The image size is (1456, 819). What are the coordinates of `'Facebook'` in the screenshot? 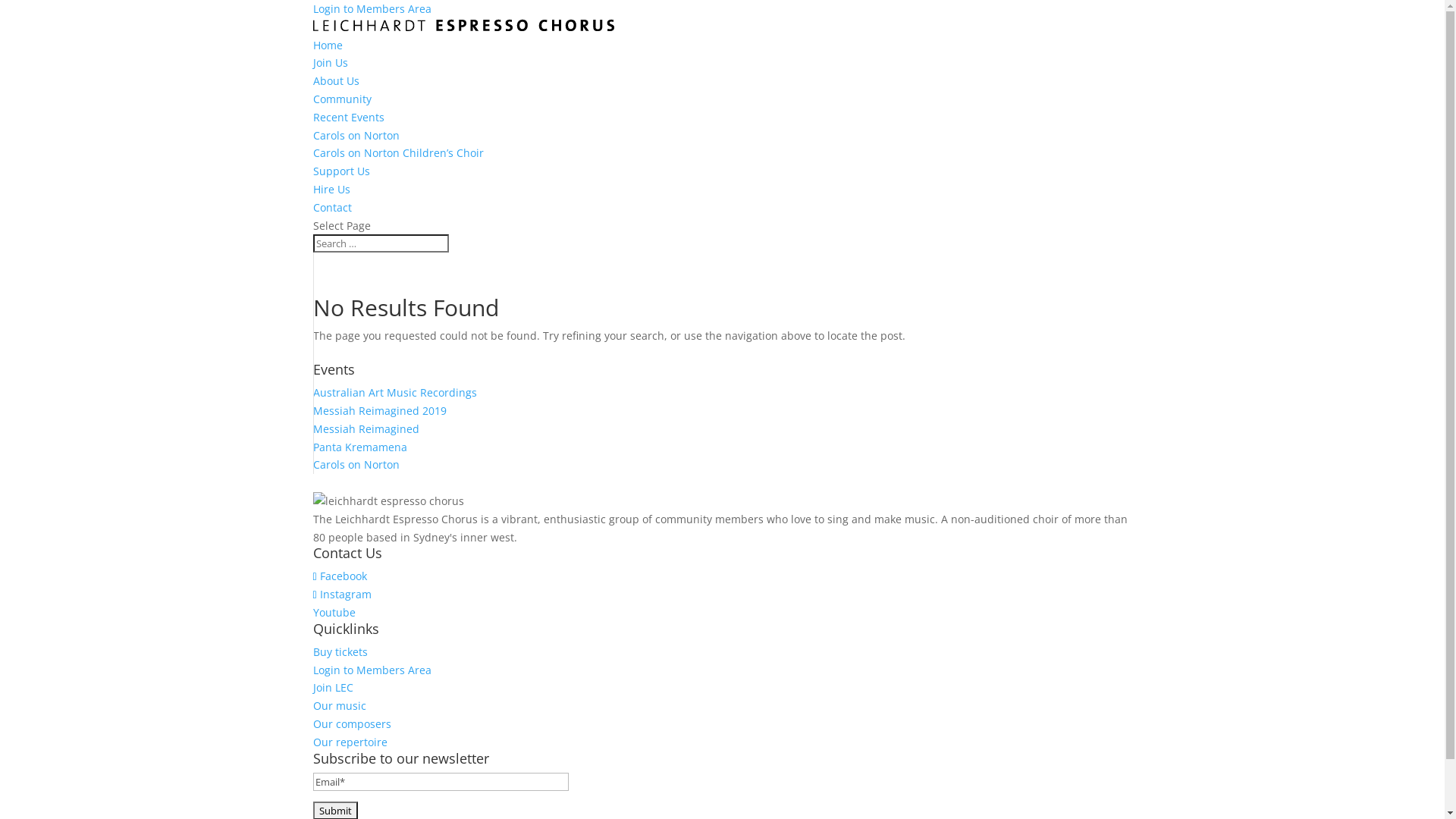 It's located at (338, 576).